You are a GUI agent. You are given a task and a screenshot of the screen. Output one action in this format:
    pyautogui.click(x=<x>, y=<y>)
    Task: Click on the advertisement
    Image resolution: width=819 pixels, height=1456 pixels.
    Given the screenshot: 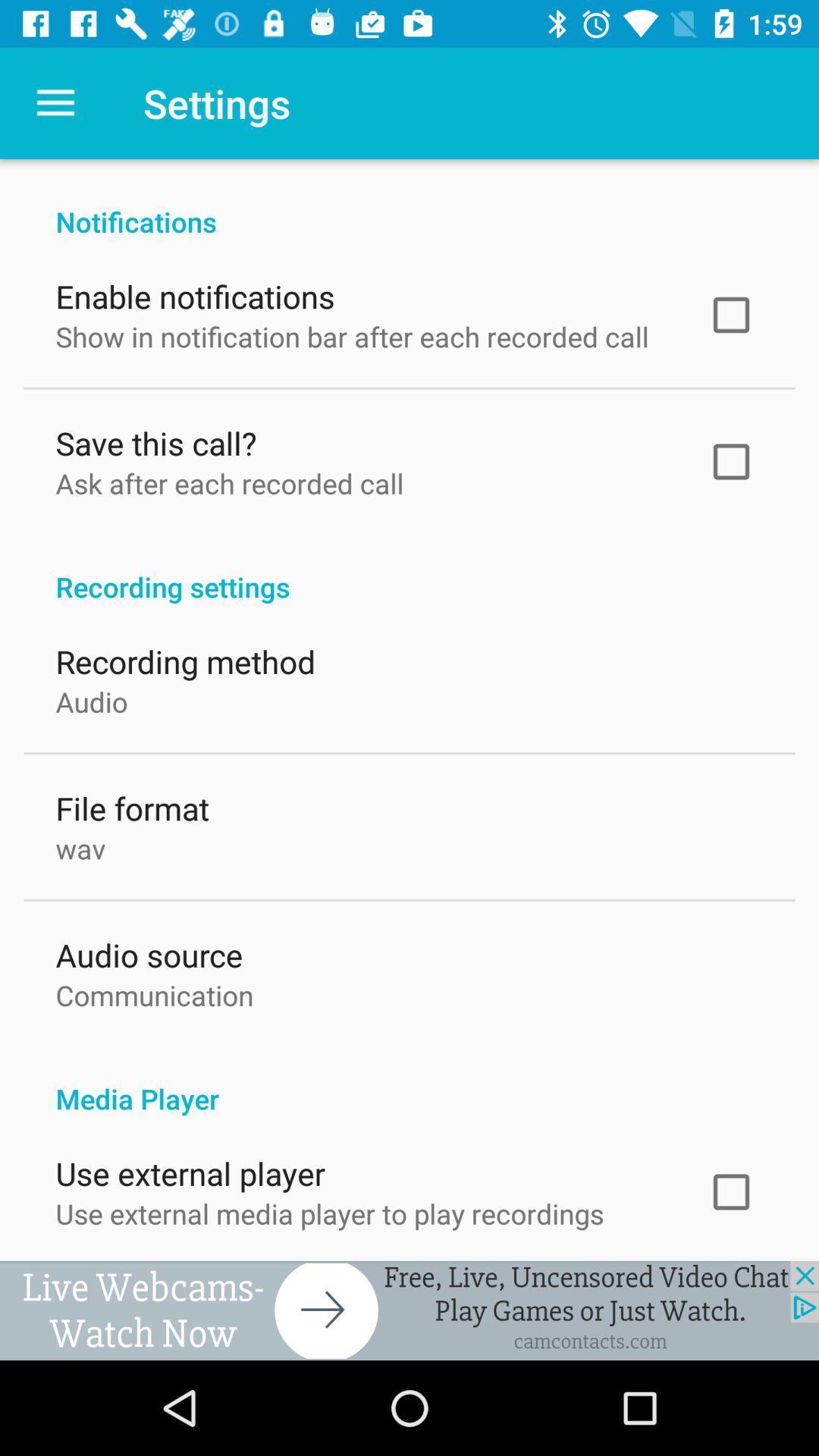 What is the action you would take?
    pyautogui.click(x=409, y=1310)
    